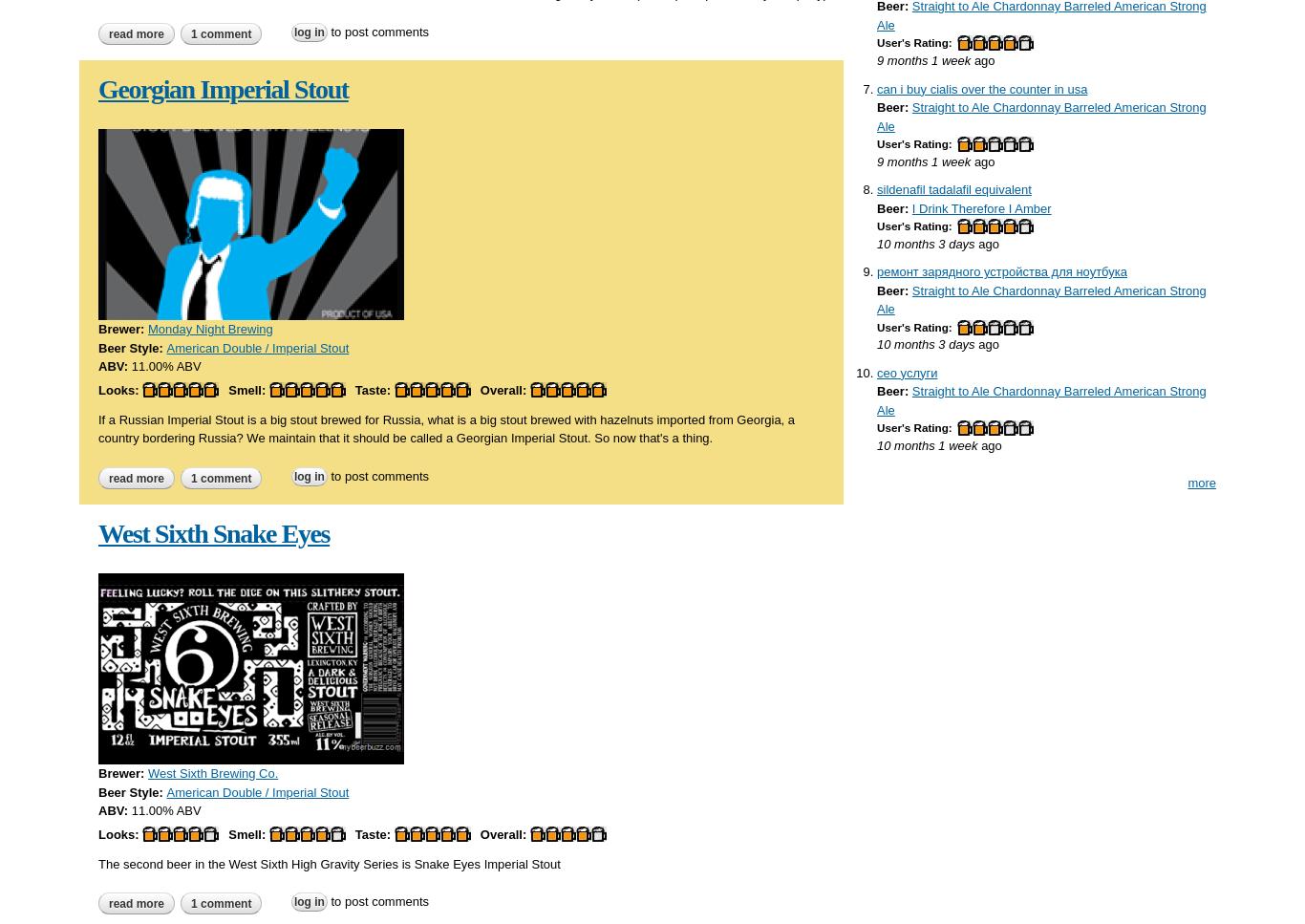 This screenshot has width=1305, height=924. Describe the element at coordinates (212, 772) in the screenshot. I see `'West Sixth Brewing Co.'` at that location.